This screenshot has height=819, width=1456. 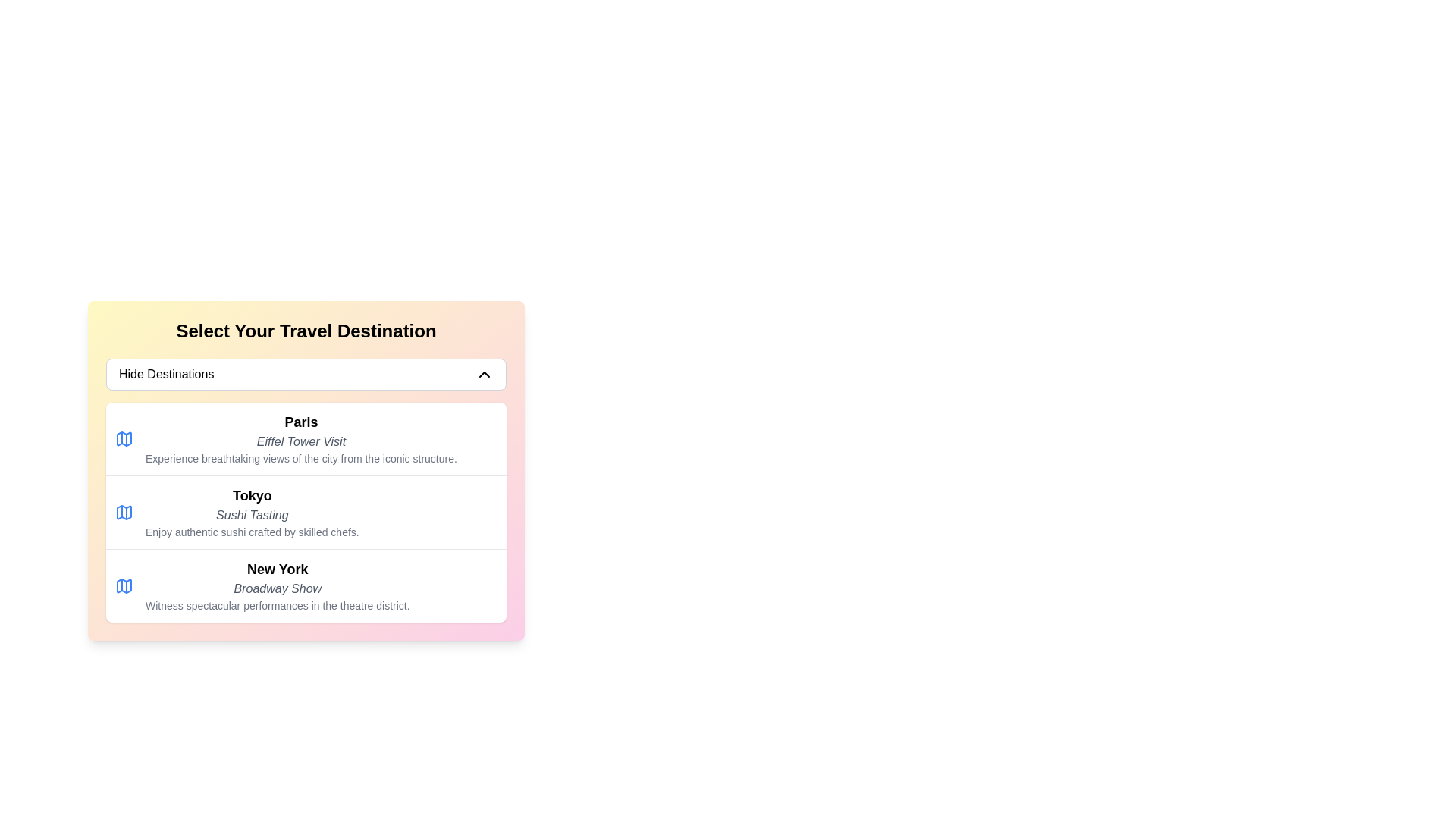 What do you see at coordinates (124, 585) in the screenshot?
I see `the map symbol icon located adjacent to the text 'New York', which is styled with blue lines resembling folding sections of a map` at bounding box center [124, 585].